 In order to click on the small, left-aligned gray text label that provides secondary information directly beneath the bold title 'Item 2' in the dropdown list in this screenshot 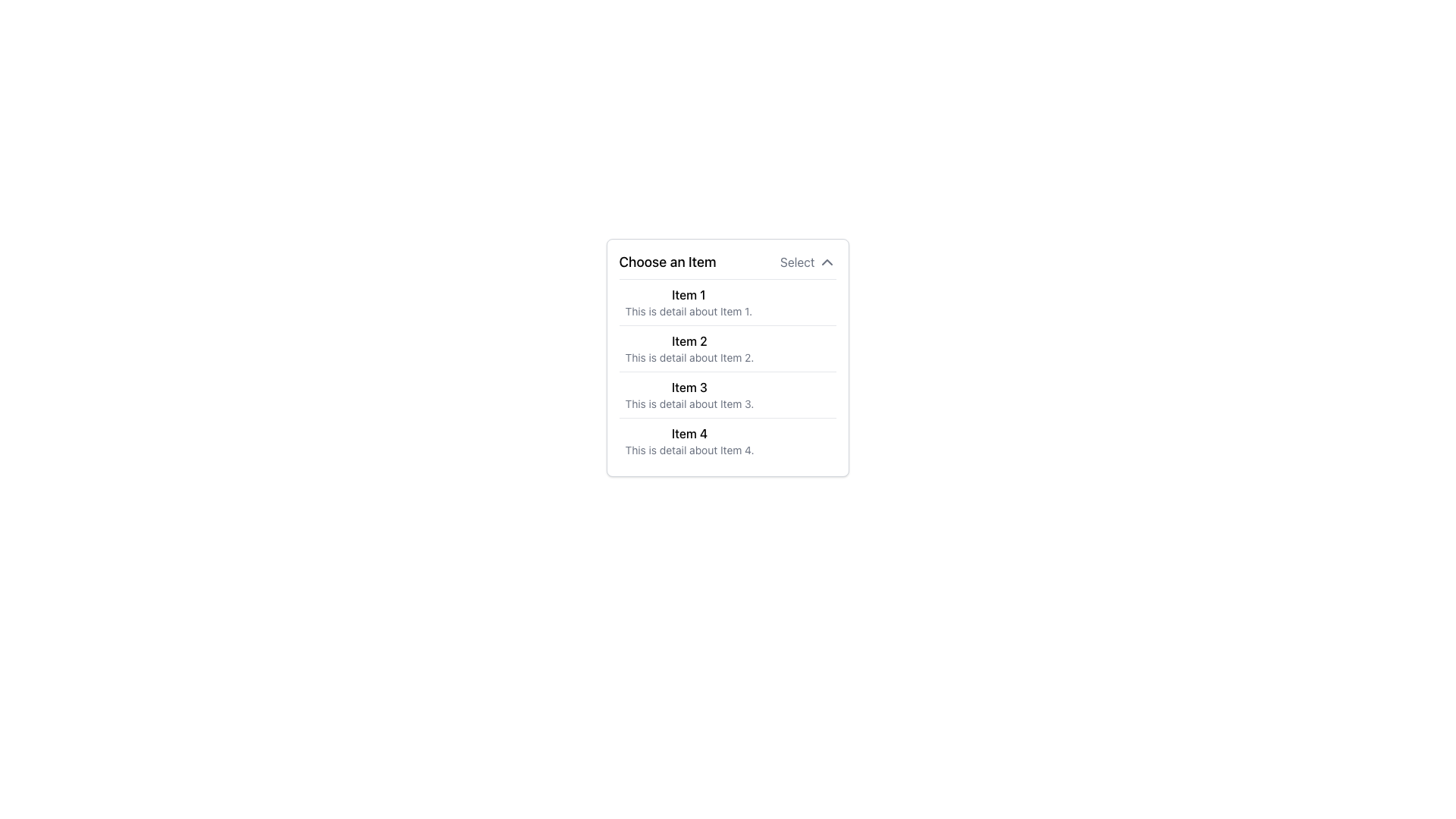, I will do `click(689, 357)`.